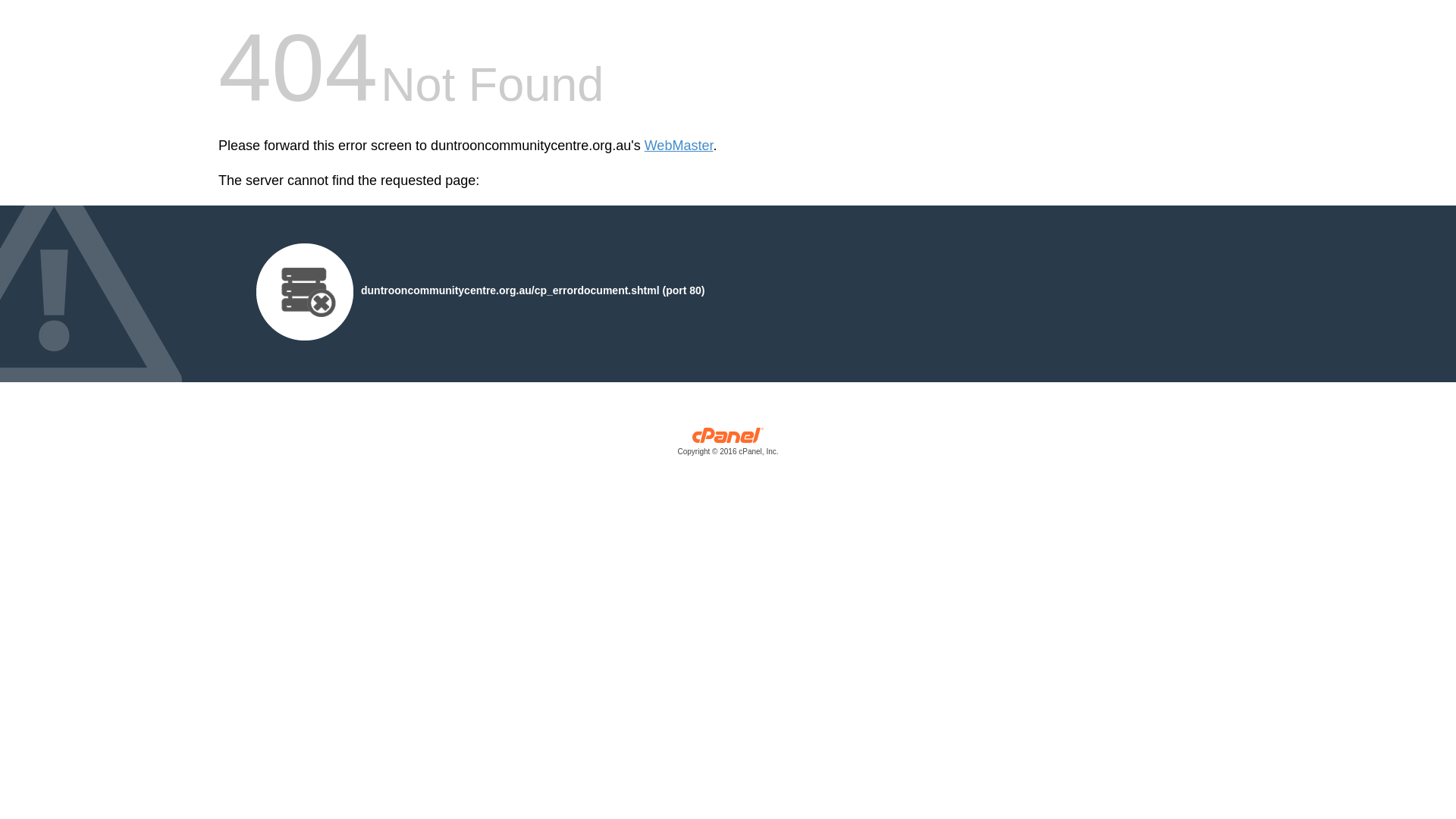 The width and height of the screenshot is (1456, 819). Describe the element at coordinates (678, 146) in the screenshot. I see `'WebMaster'` at that location.